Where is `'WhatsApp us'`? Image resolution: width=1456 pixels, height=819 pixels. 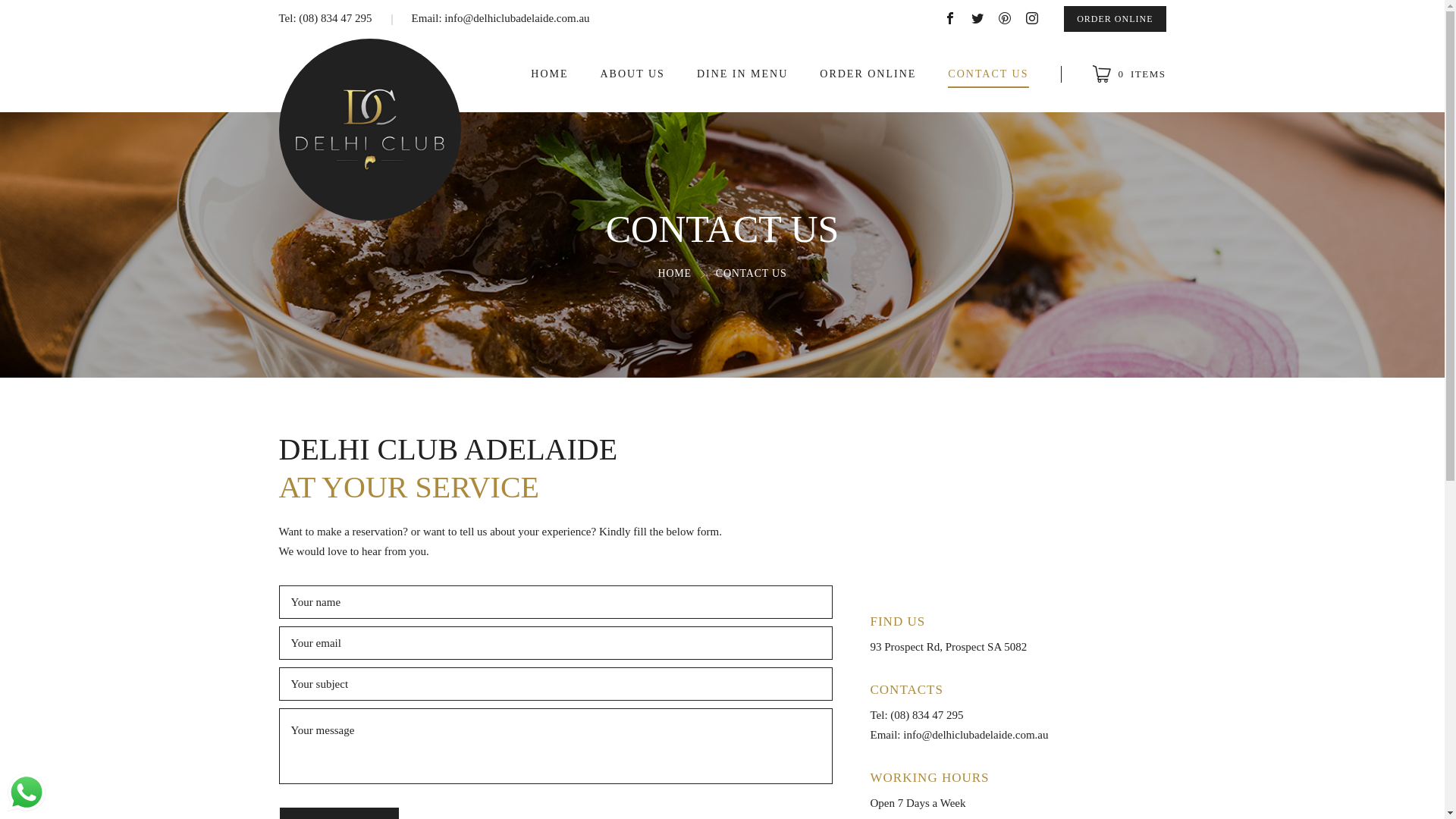
'WhatsApp us' is located at coordinates (7, 792).